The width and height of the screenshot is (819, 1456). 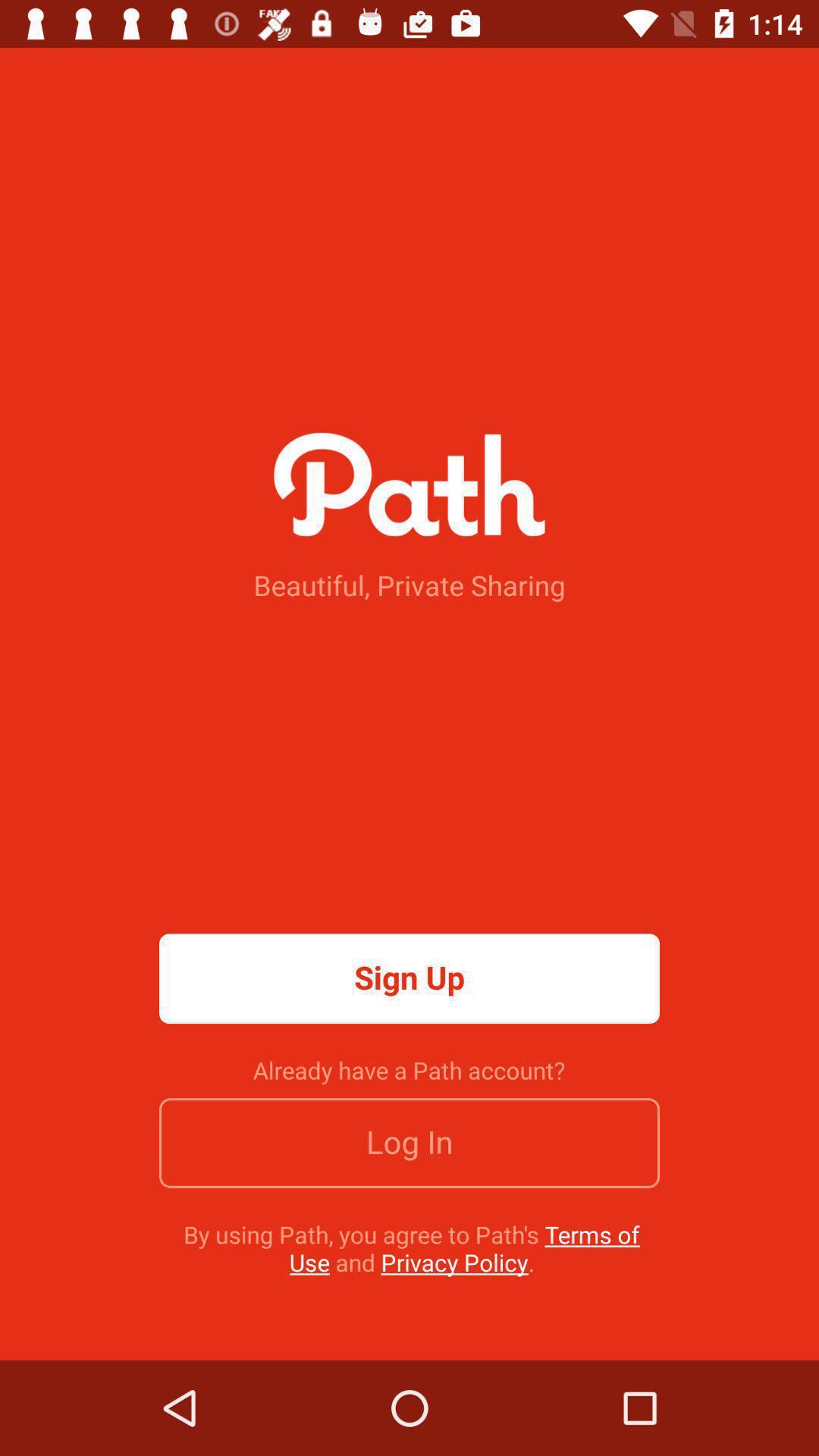 I want to click on the app below beautiful, private sharing icon, so click(x=409, y=978).